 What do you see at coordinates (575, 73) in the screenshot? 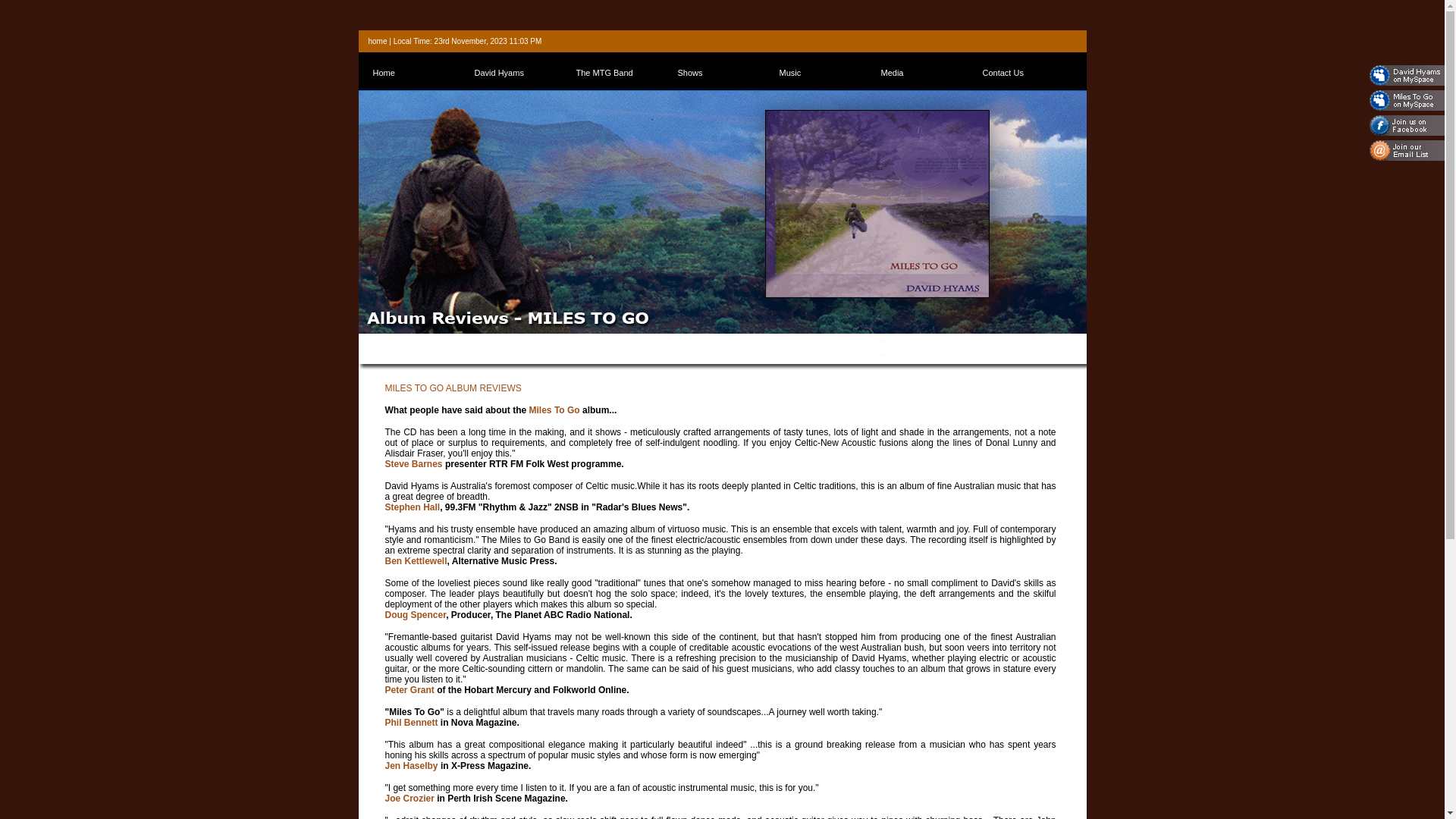
I see `'The MTG Band'` at bounding box center [575, 73].